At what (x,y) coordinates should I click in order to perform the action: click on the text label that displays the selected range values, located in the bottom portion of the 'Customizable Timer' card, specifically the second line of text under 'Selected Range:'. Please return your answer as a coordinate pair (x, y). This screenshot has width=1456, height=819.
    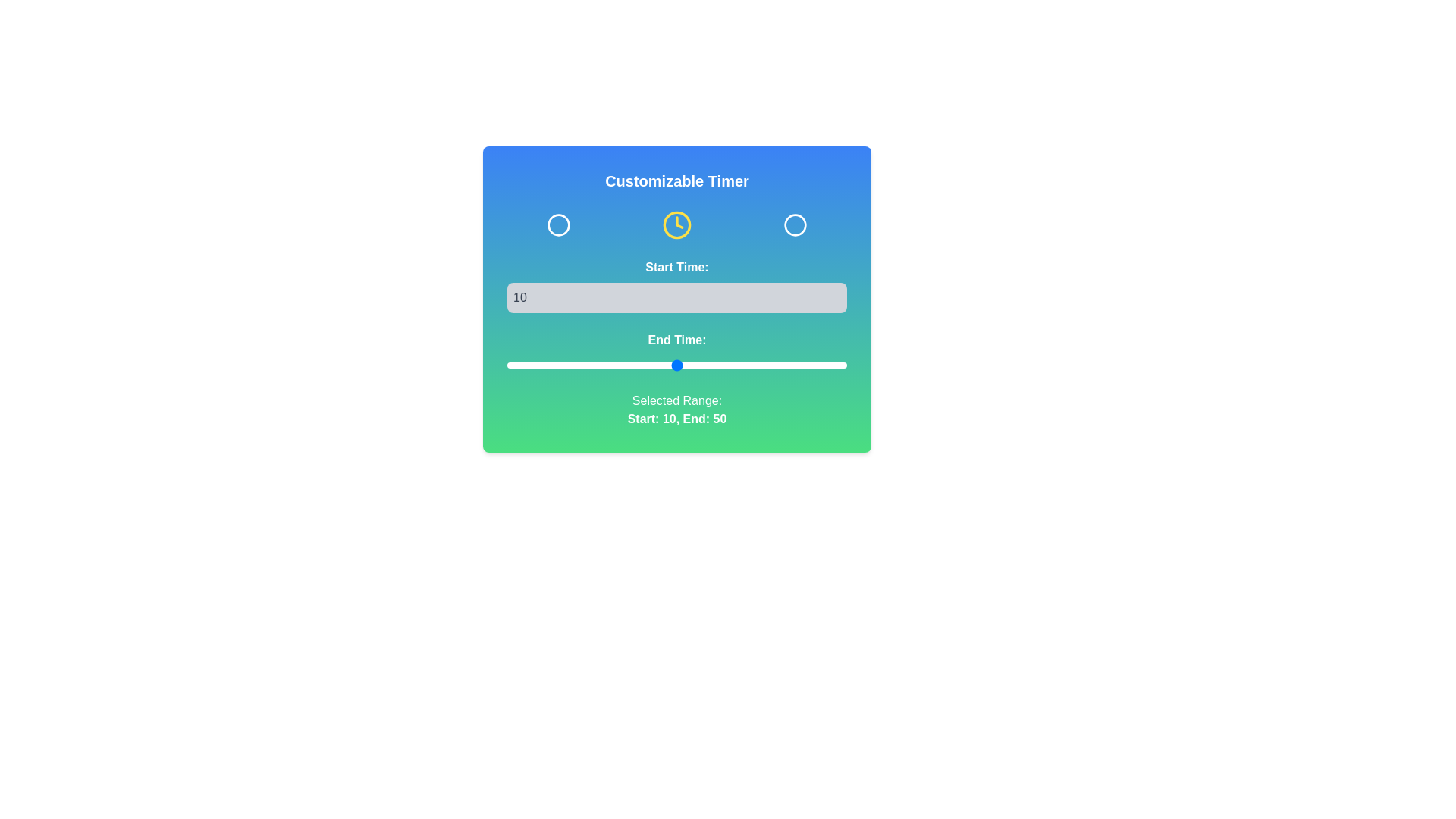
    Looking at the image, I should click on (676, 419).